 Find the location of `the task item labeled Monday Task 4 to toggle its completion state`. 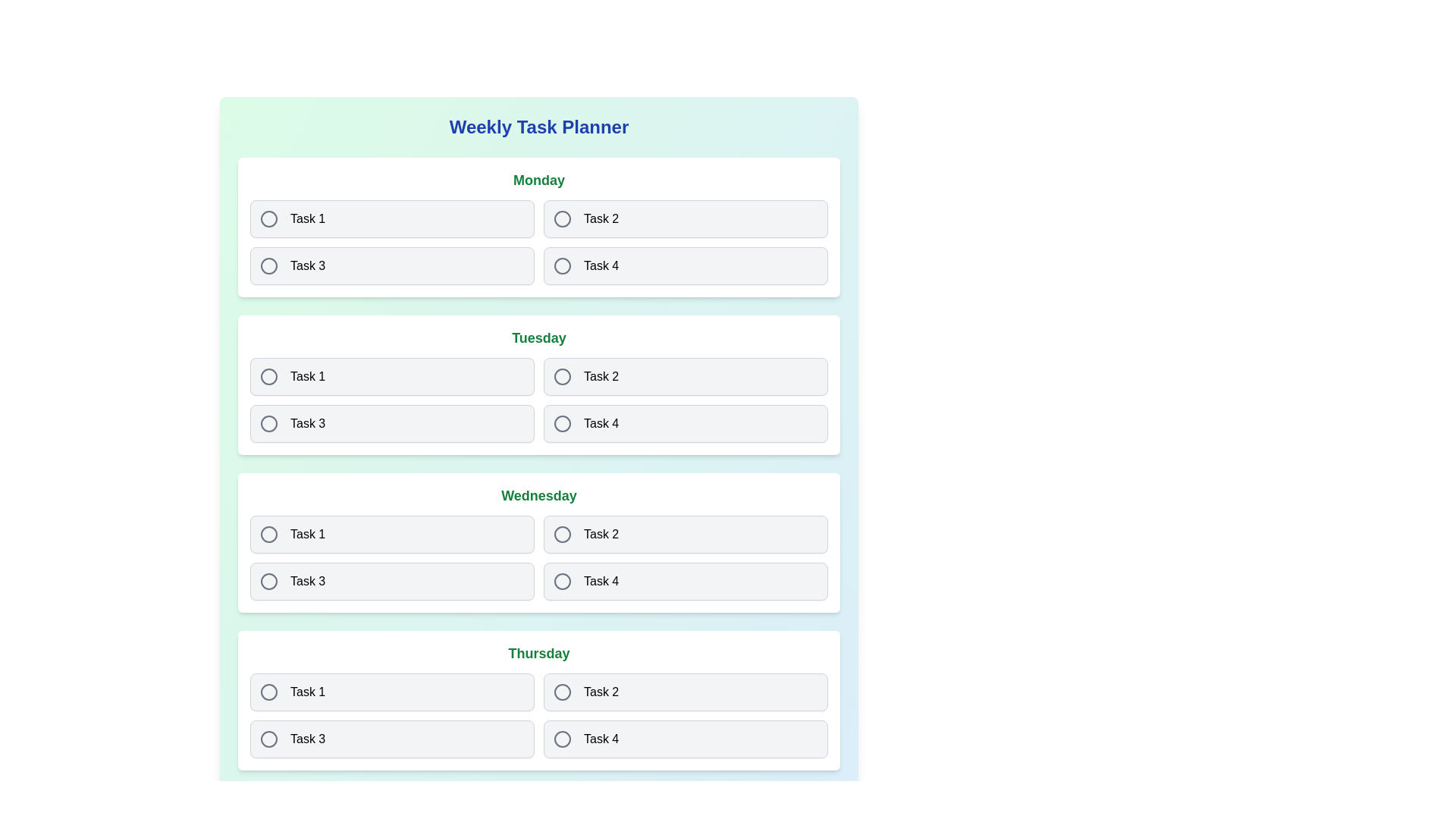

the task item labeled Monday Task 4 to toggle its completion state is located at coordinates (685, 265).